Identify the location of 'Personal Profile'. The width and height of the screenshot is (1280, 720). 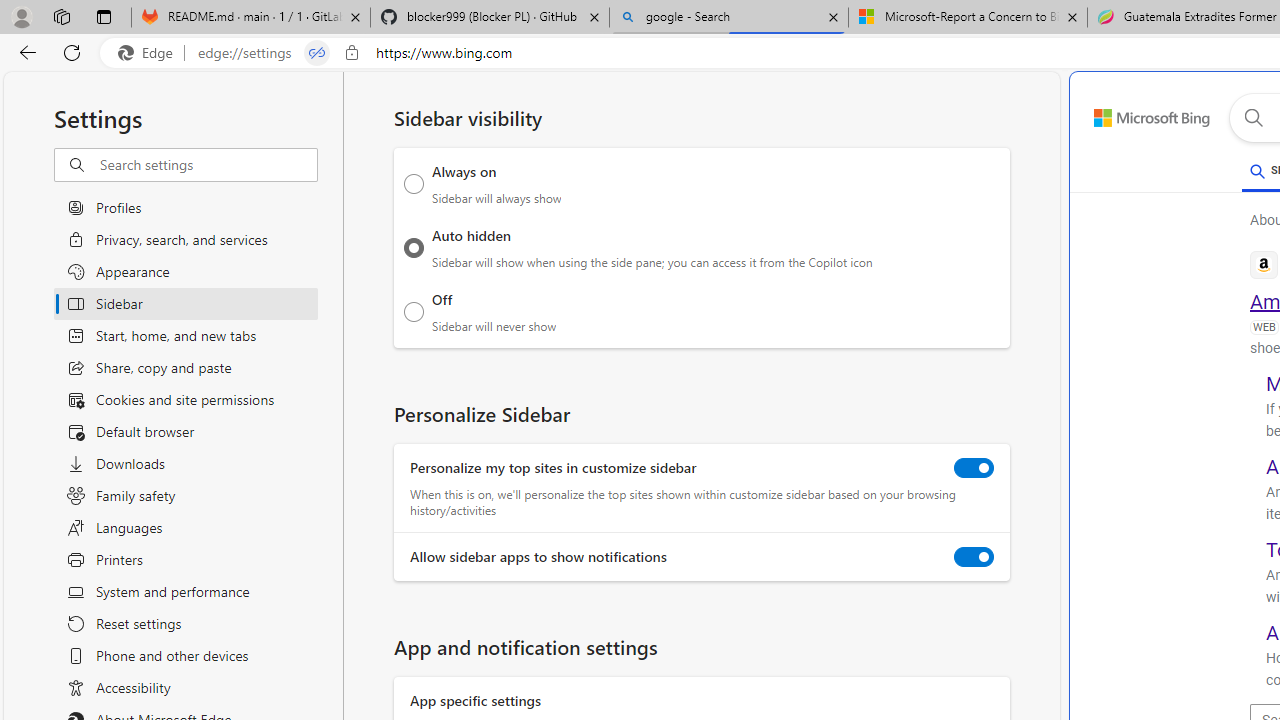
(21, 16).